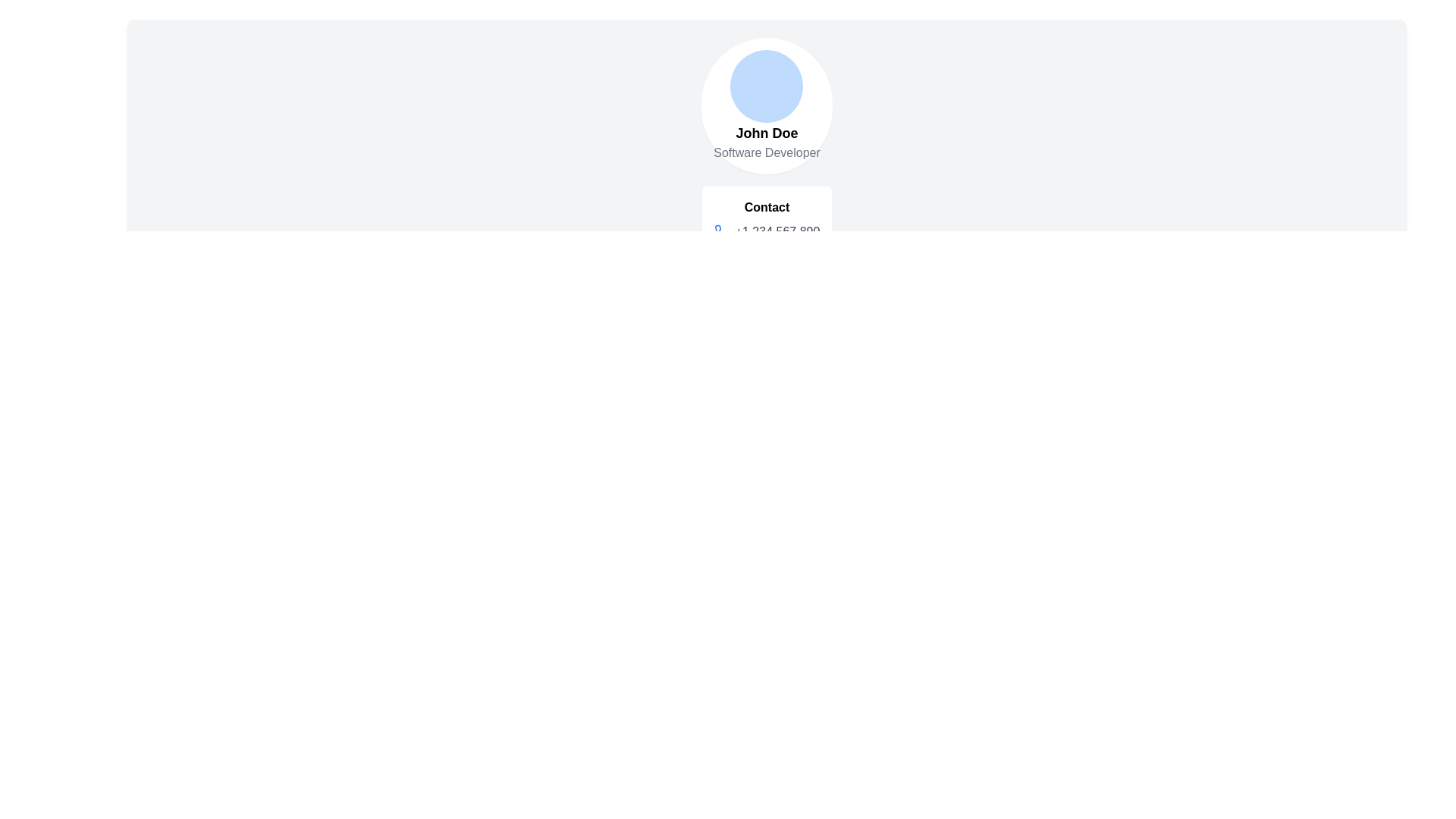 Image resolution: width=1456 pixels, height=819 pixels. Describe the element at coordinates (720, 231) in the screenshot. I see `the phone icon located to the left of the phone number '+1 234 567 890' in the contact details section` at that location.